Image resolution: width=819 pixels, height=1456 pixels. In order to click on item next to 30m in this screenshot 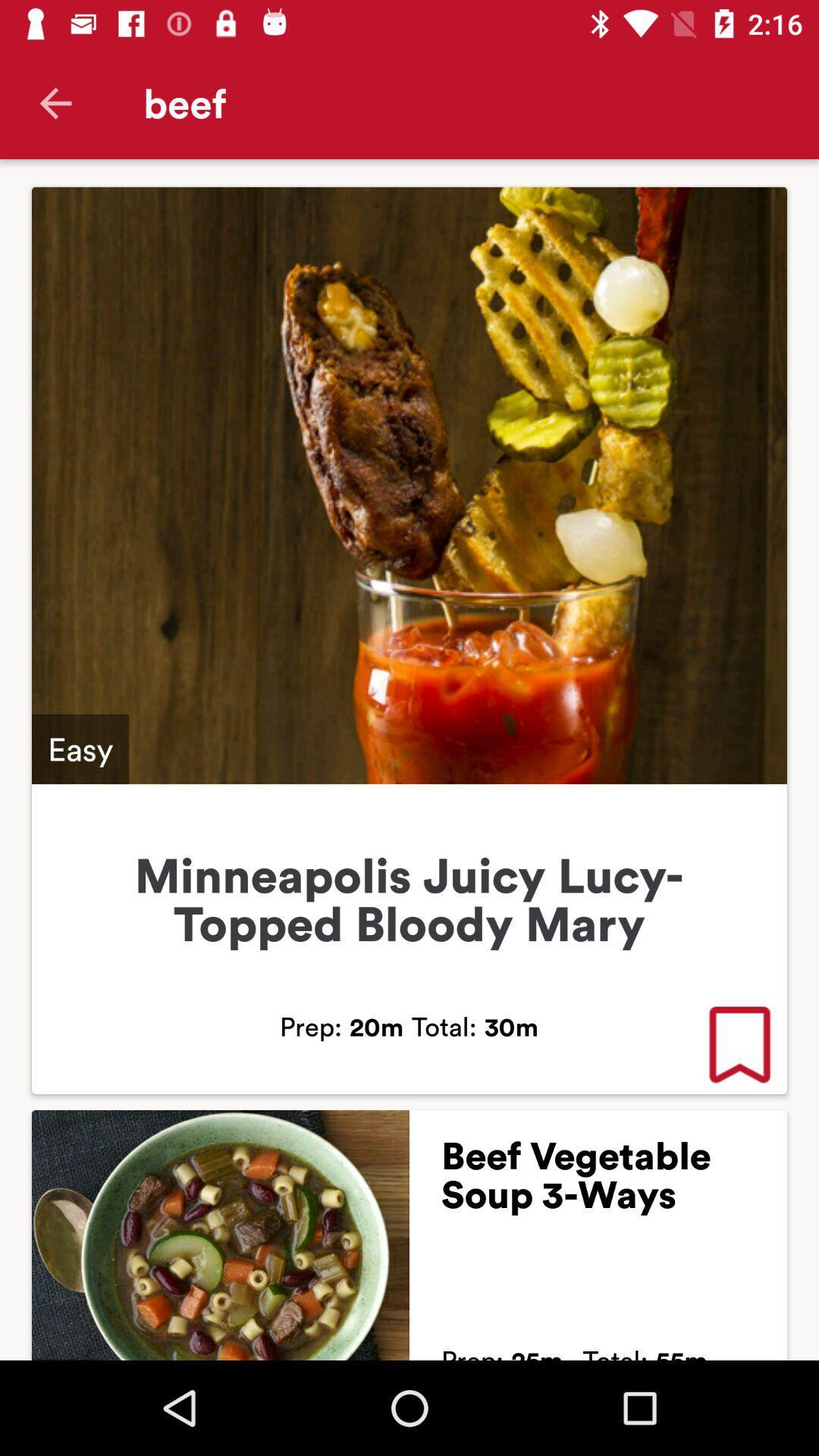, I will do `click(739, 1046)`.